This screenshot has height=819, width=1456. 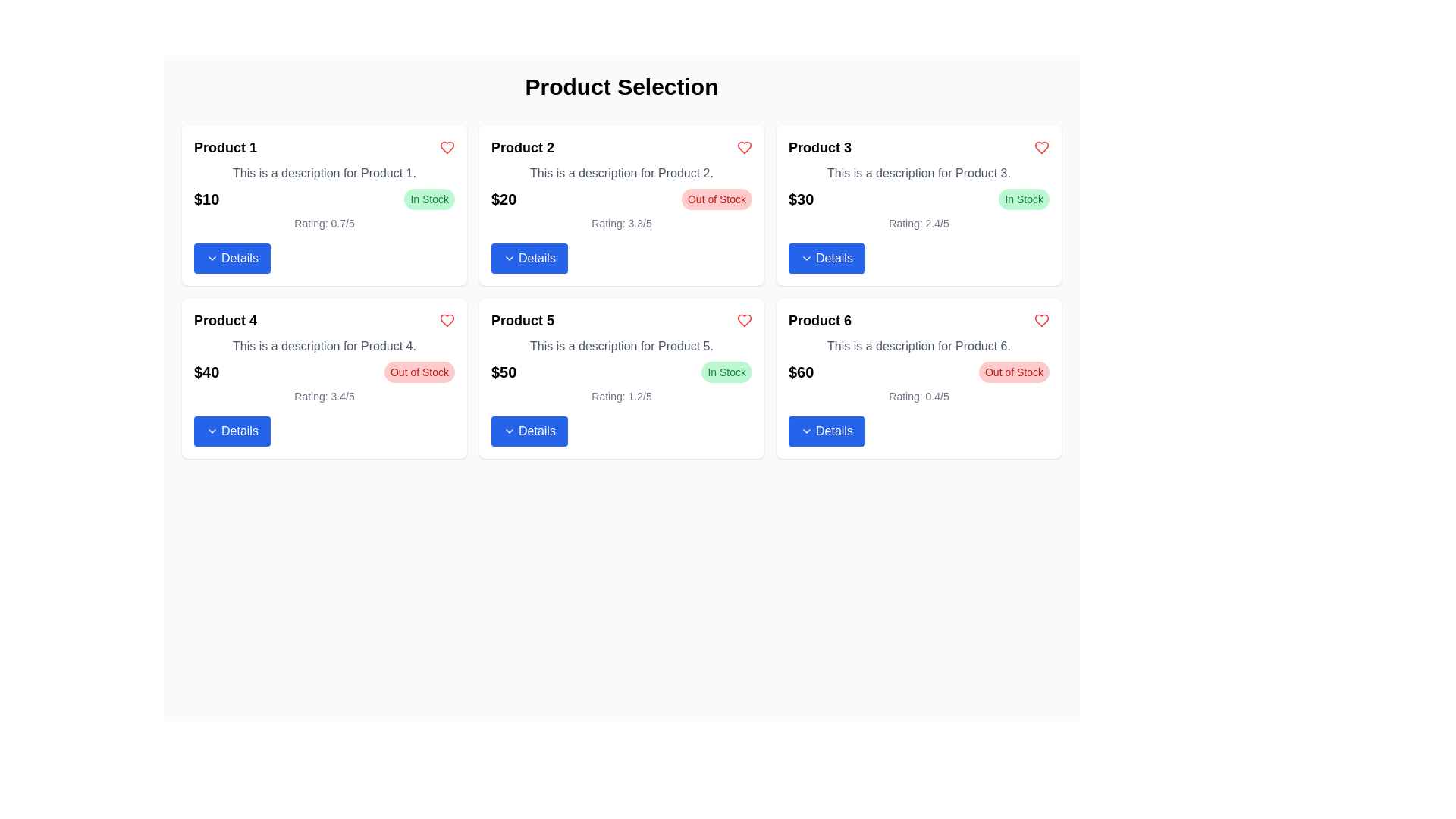 I want to click on the text block displaying 'This is a description for Product 6.' which is located in the sixth product card, positioned below the title 'Product 6' and above the price '$60', so click(x=918, y=346).